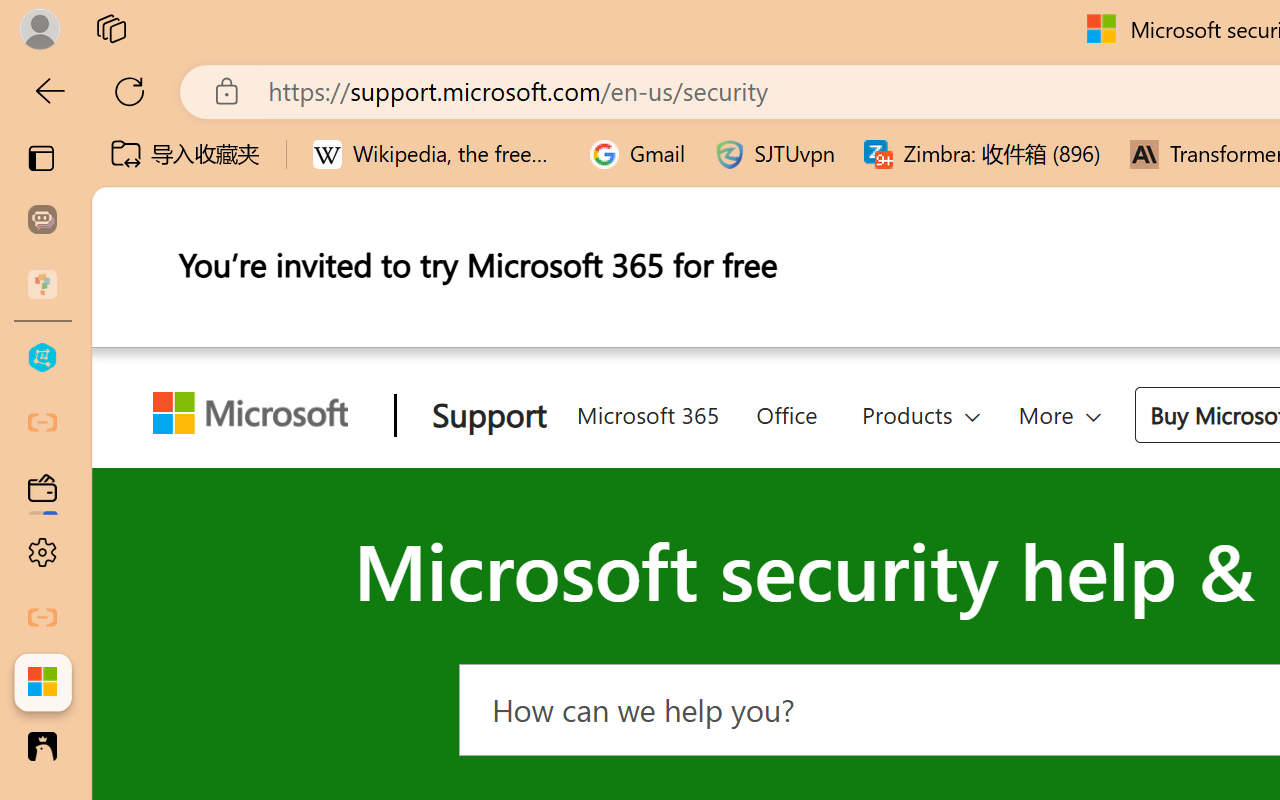  I want to click on 'Office', so click(784, 412).